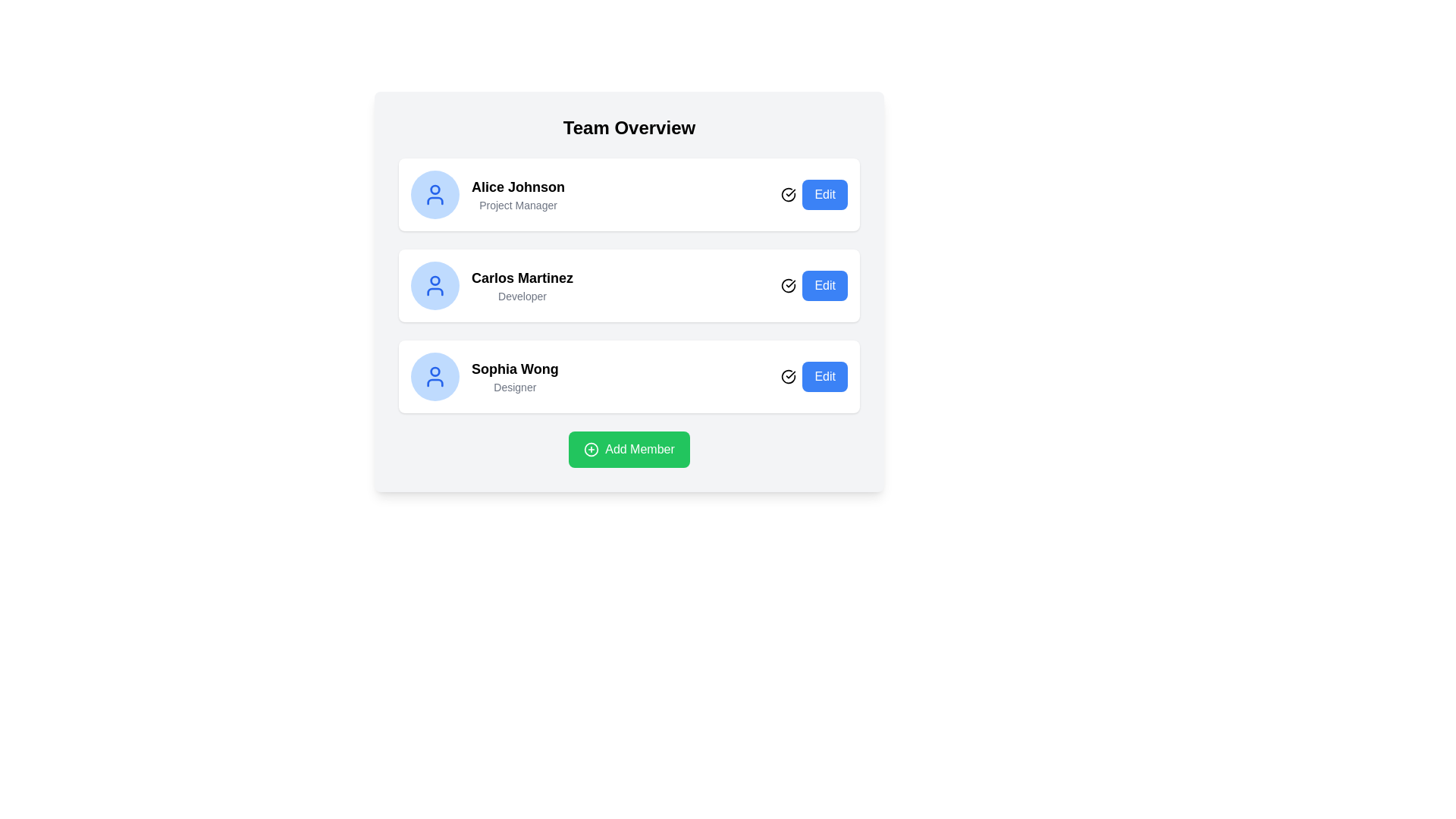 This screenshot has width=1456, height=819. What do you see at coordinates (518, 205) in the screenshot?
I see `the static text label reading 'Project Manager', which is styled in gray and positioned below 'Alice Johnson' in the team members list card` at bounding box center [518, 205].